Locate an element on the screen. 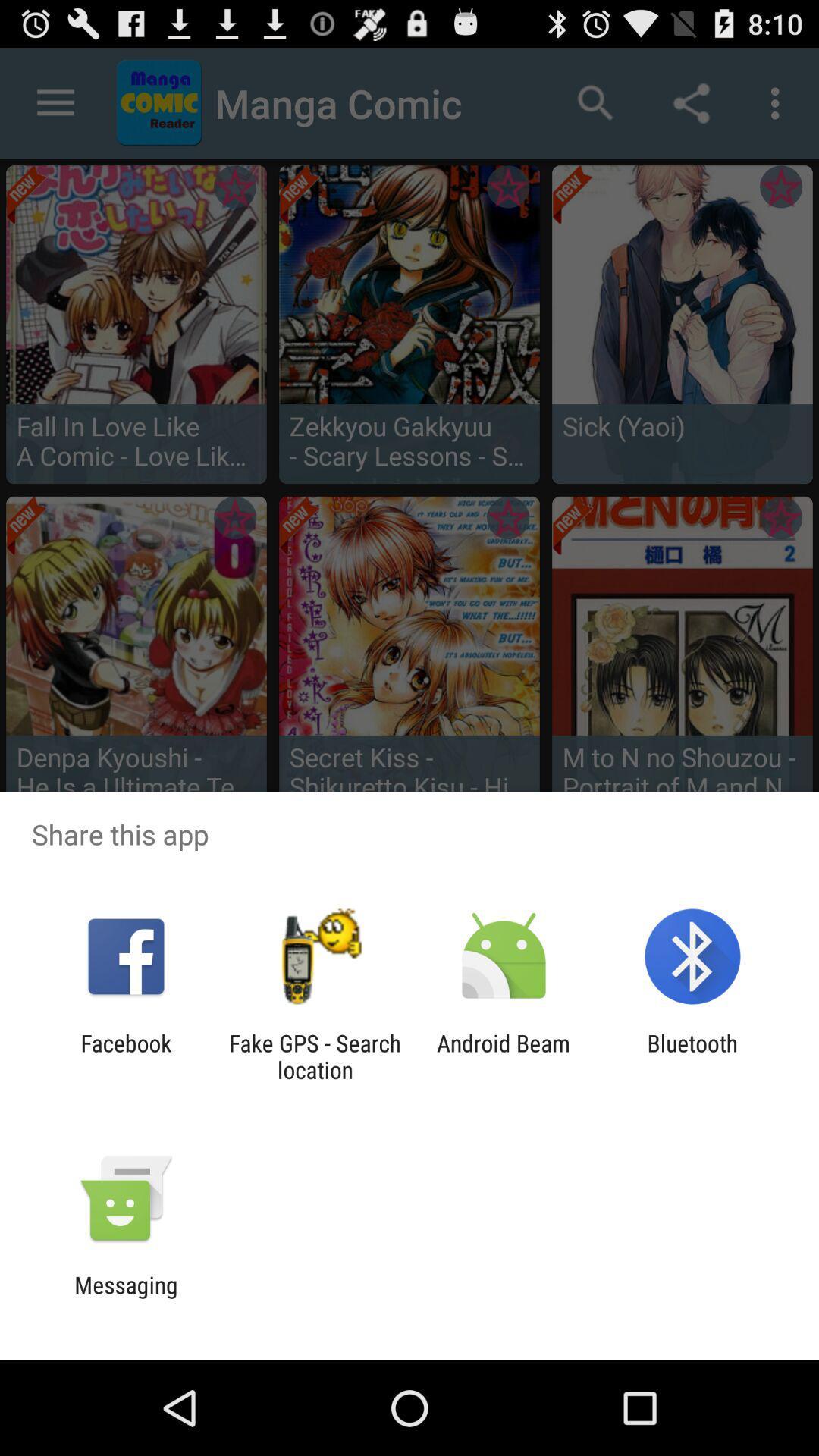  the app next to bluetooth app is located at coordinates (504, 1056).